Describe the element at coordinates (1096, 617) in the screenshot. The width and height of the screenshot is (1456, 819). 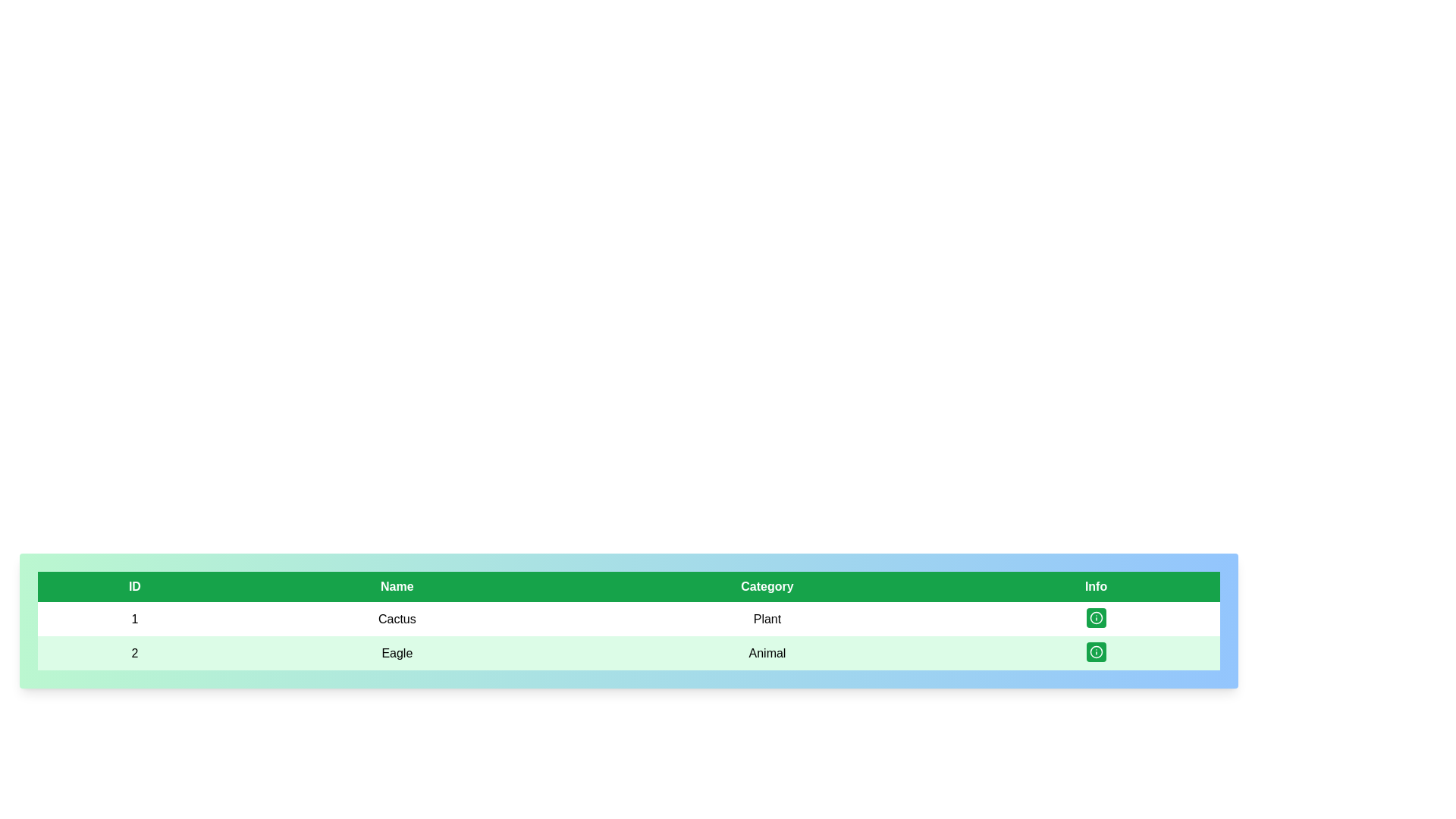
I see `the green circular SVG element located in the second row of the 'Info' column in the tabular layout` at that location.